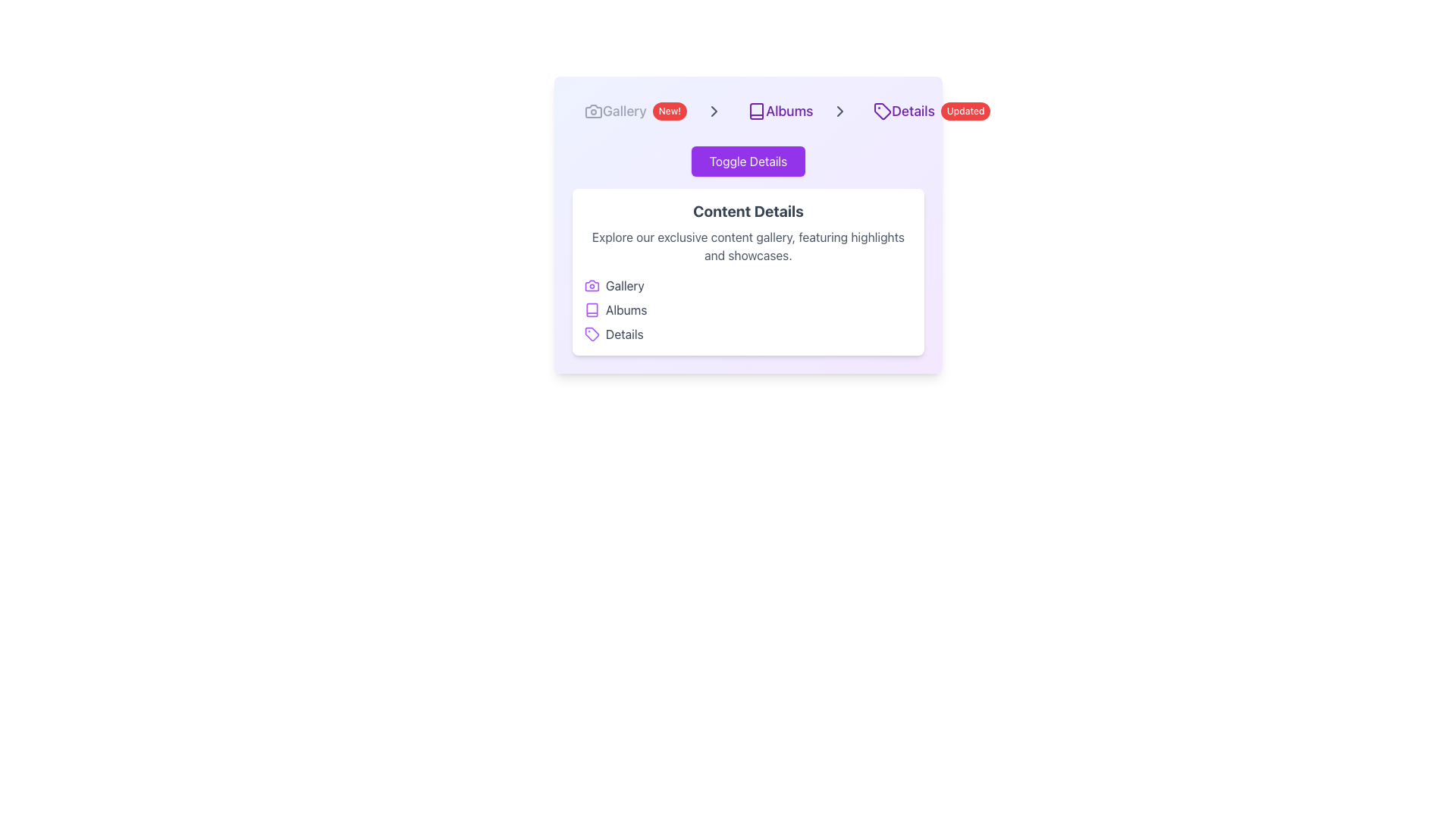 Image resolution: width=1456 pixels, height=819 pixels. Describe the element at coordinates (626, 309) in the screenshot. I see `the 'Albums' text label which is styled in dark gray and is positioned below the breadcrumb navigation in a horizontal flexbox layout` at that location.